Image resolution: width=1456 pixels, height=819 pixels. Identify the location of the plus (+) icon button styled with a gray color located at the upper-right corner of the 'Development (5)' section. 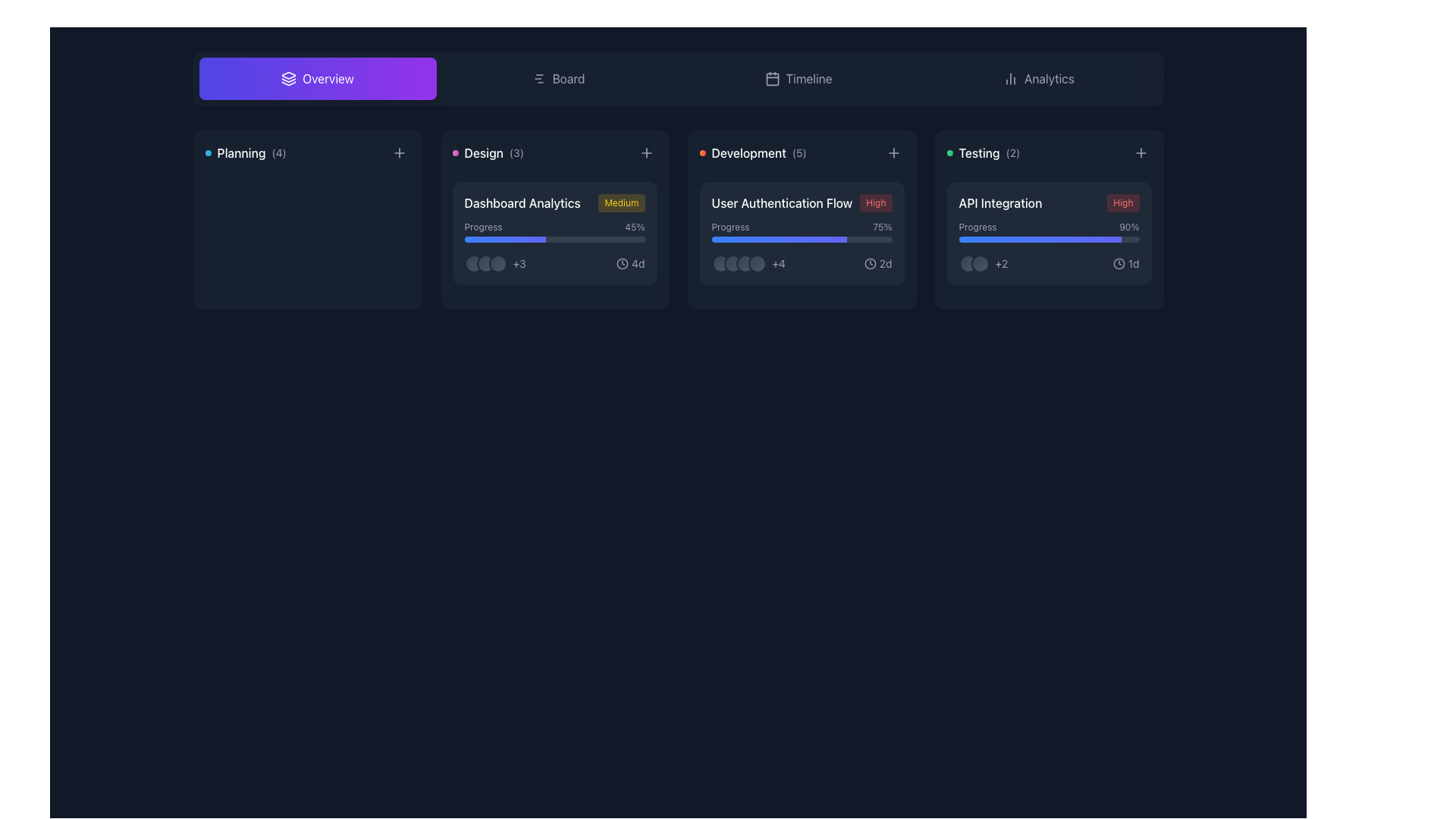
(893, 152).